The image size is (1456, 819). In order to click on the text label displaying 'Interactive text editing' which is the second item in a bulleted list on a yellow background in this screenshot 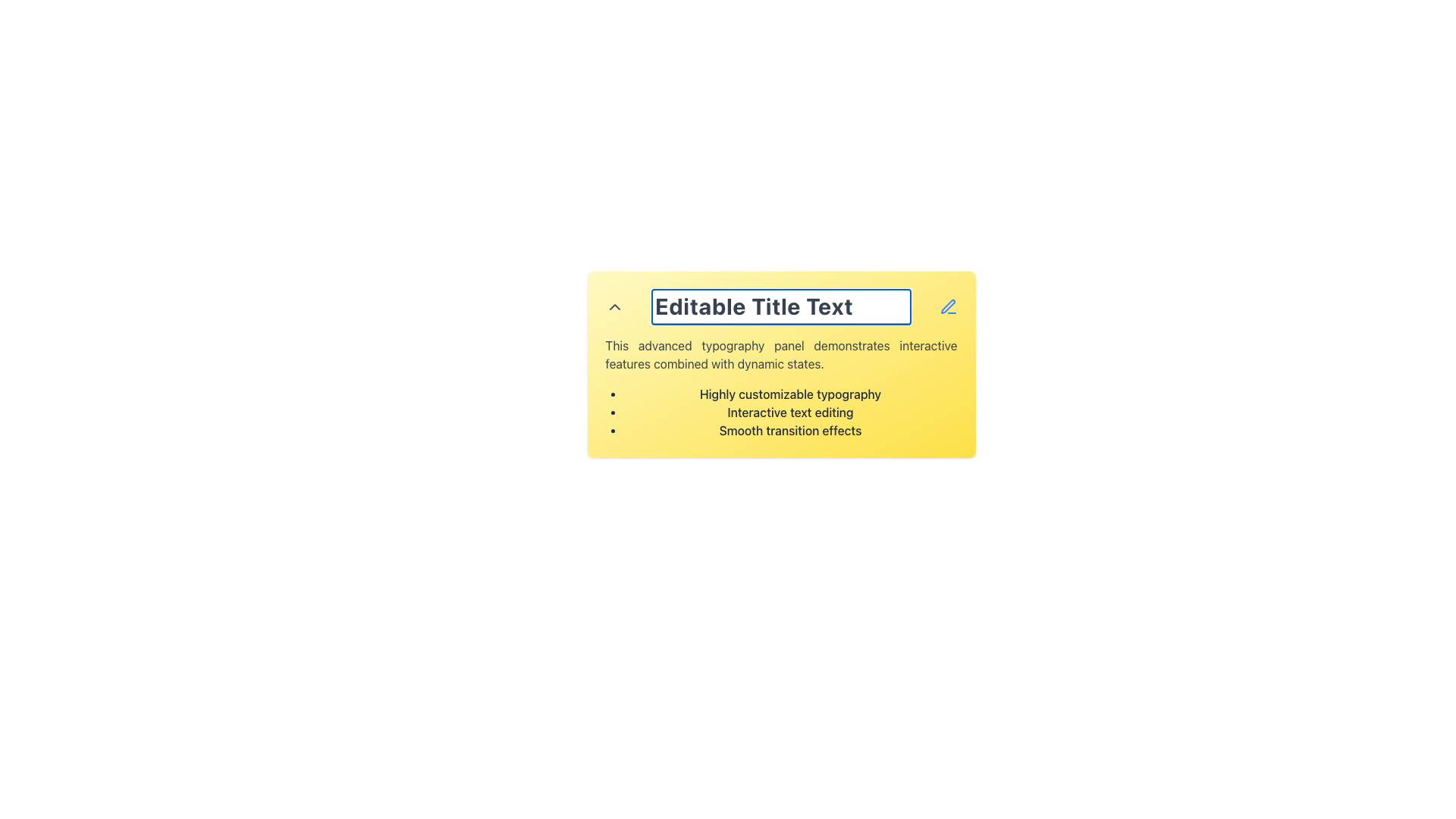, I will do `click(789, 412)`.